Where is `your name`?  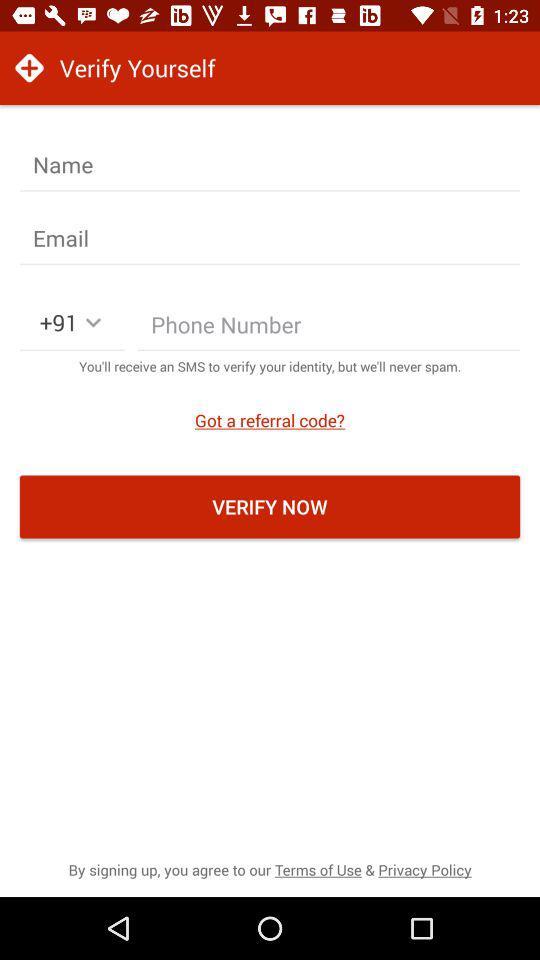 your name is located at coordinates (270, 164).